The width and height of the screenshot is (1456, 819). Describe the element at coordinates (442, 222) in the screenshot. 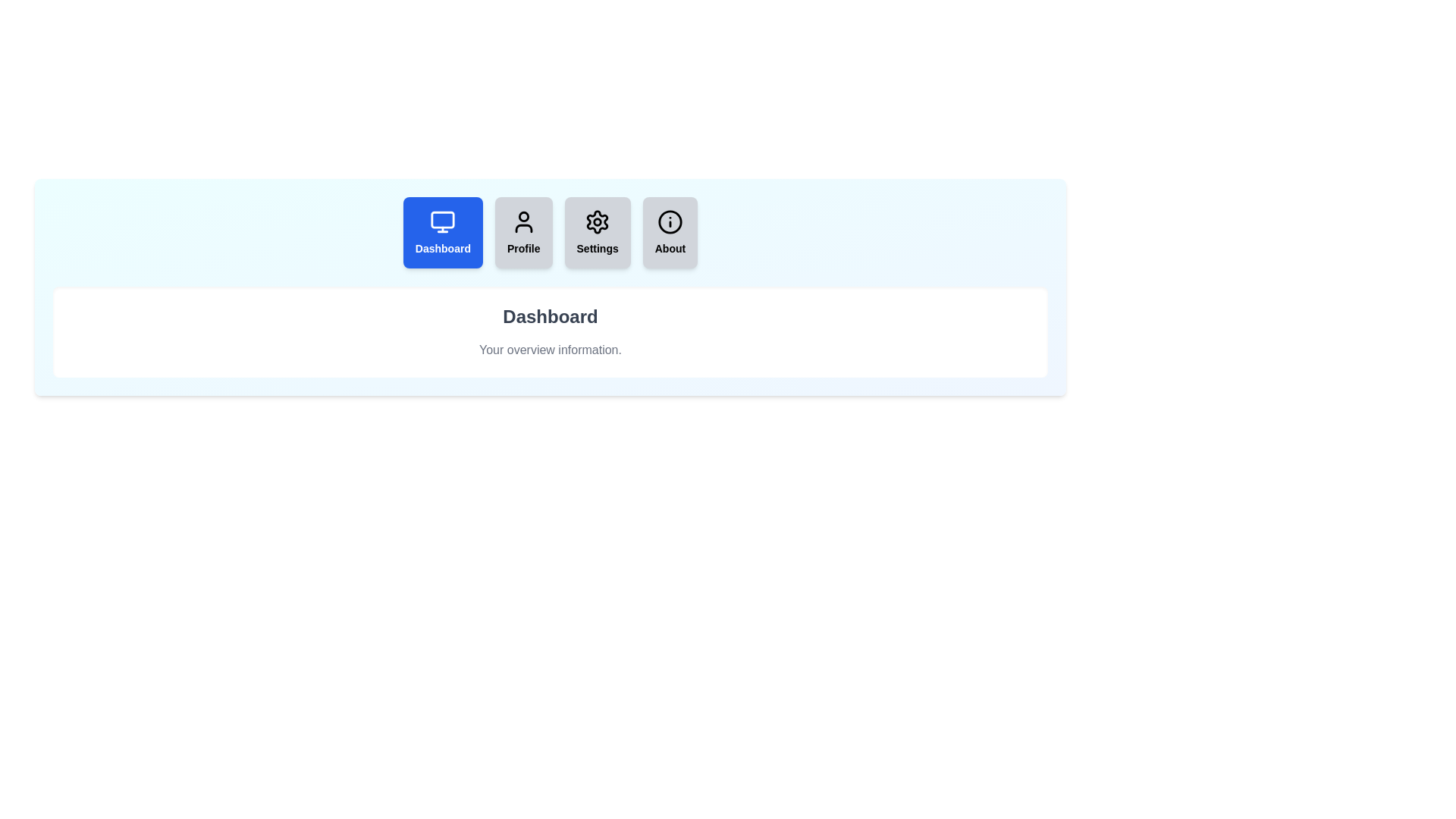

I see `the icon in the Dashboard tab` at that location.